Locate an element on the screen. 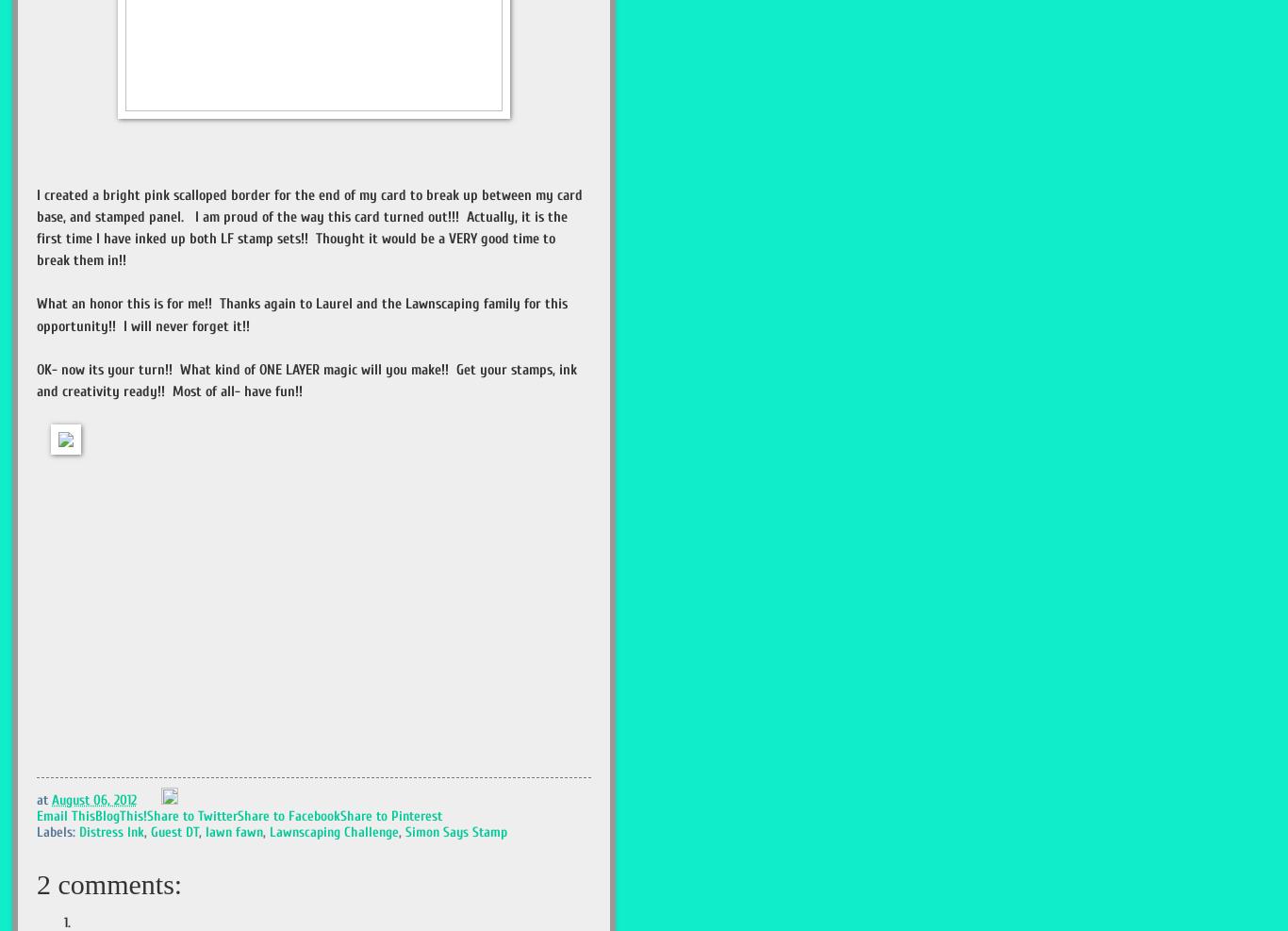 The width and height of the screenshot is (1288, 931). 'OK- now its your turn!!  What kind of ONE LAYER magic will you make!!  Get your stamps, ink and creativity ready!!  Most of all- have fun!!' is located at coordinates (37, 379).